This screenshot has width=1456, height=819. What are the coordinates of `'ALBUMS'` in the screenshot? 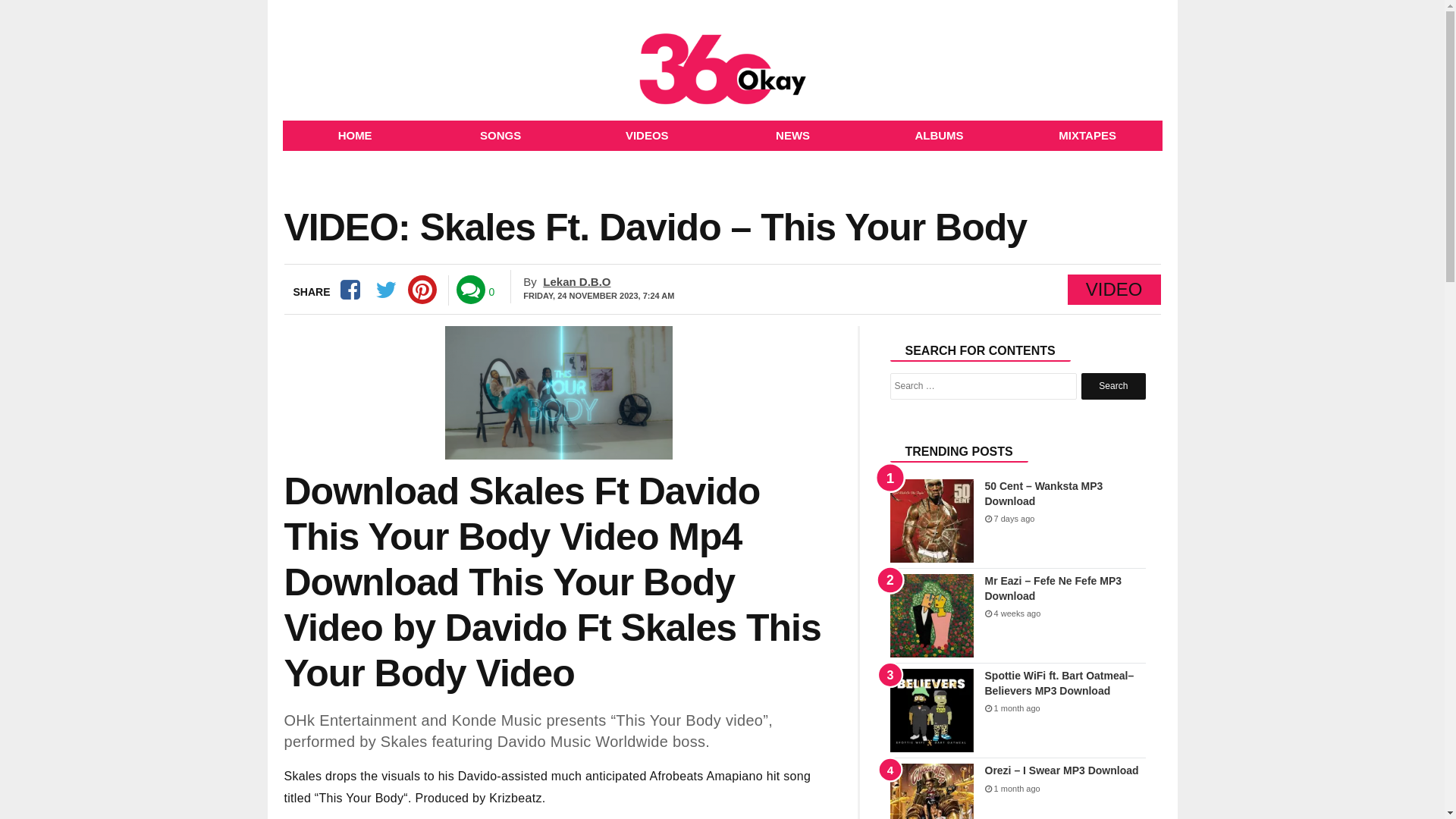 It's located at (938, 134).